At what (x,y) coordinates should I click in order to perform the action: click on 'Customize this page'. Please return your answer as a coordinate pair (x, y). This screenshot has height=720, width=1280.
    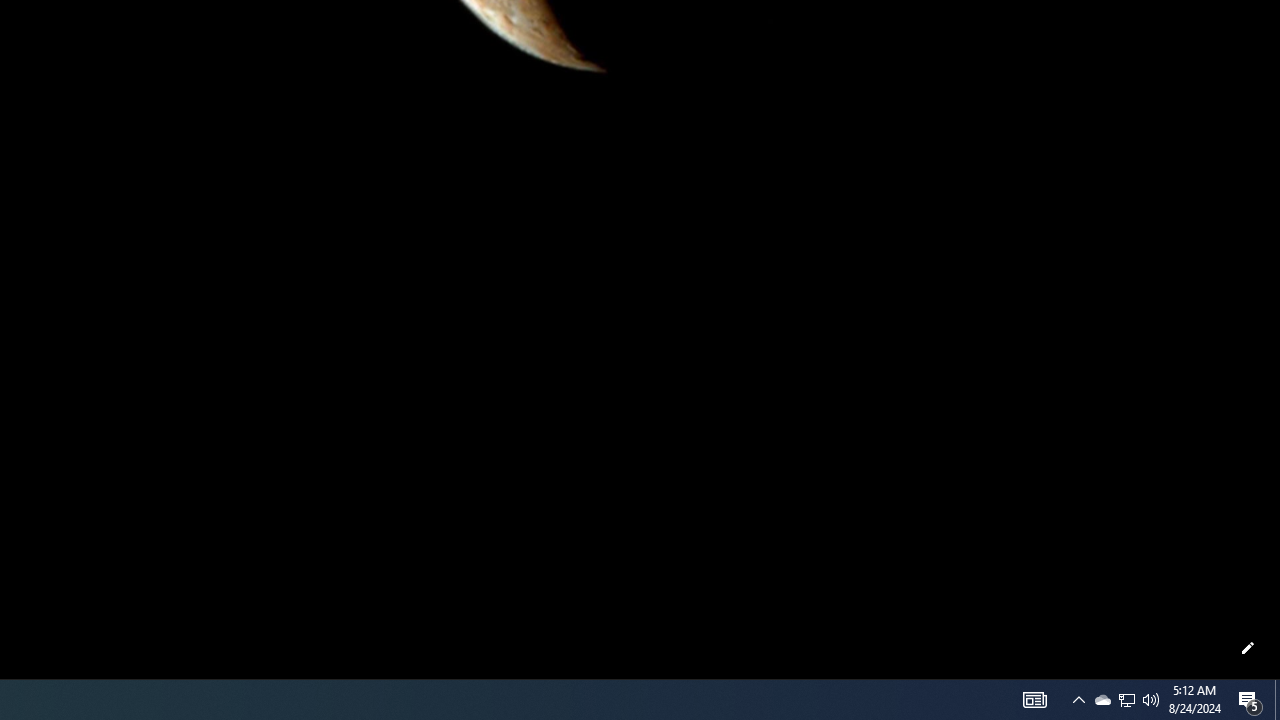
    Looking at the image, I should click on (1247, 648).